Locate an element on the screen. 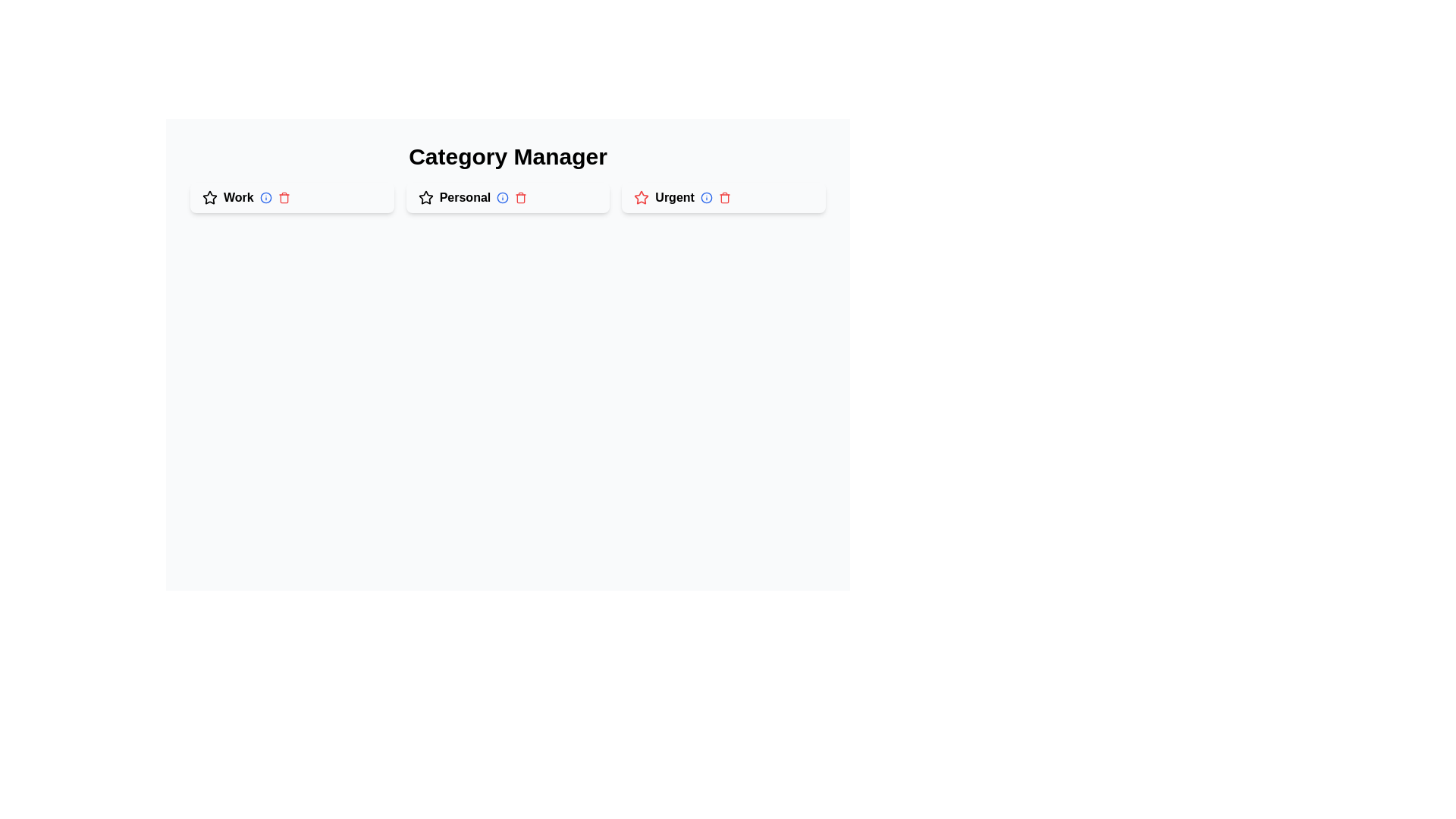  delete button for the category labeled Work is located at coordinates (284, 197).